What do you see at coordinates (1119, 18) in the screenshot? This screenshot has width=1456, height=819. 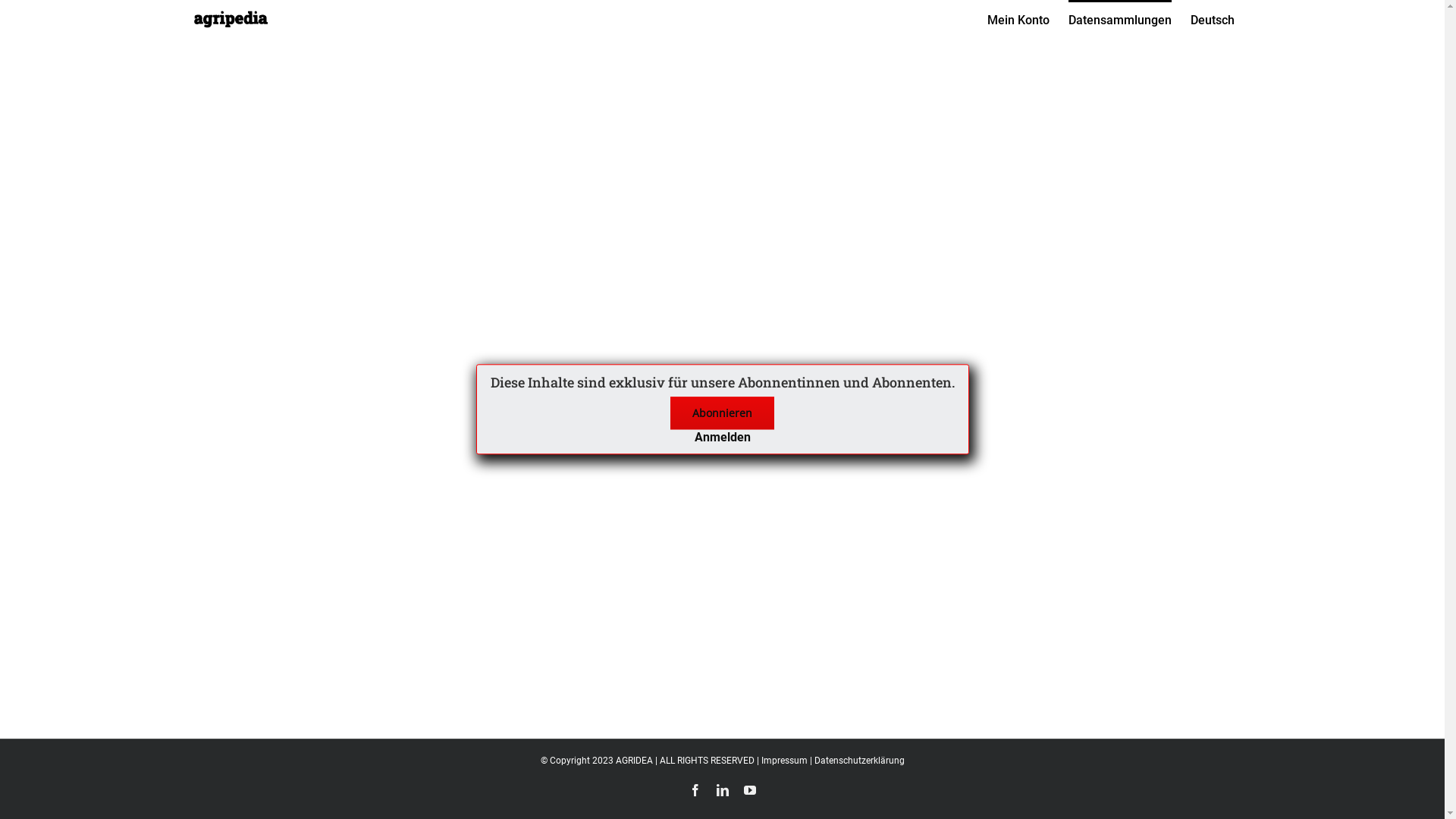 I see `'Datensammlungen'` at bounding box center [1119, 18].